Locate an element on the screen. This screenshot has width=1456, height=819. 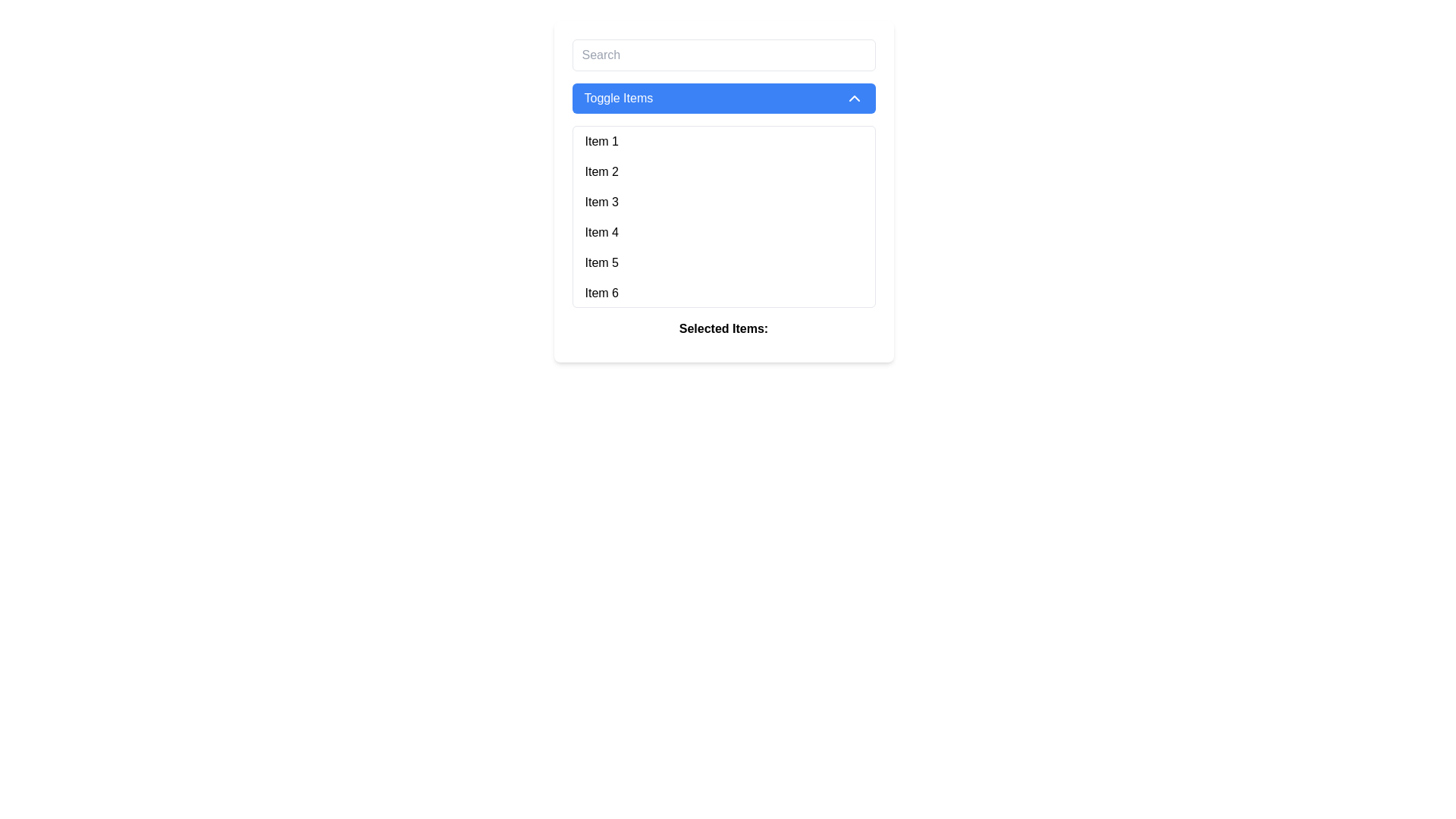
the state indicator icon located at the right side of the 'Toggle Items' button, which reflects the current UI state indicating that the interface is expanded is located at coordinates (854, 99).